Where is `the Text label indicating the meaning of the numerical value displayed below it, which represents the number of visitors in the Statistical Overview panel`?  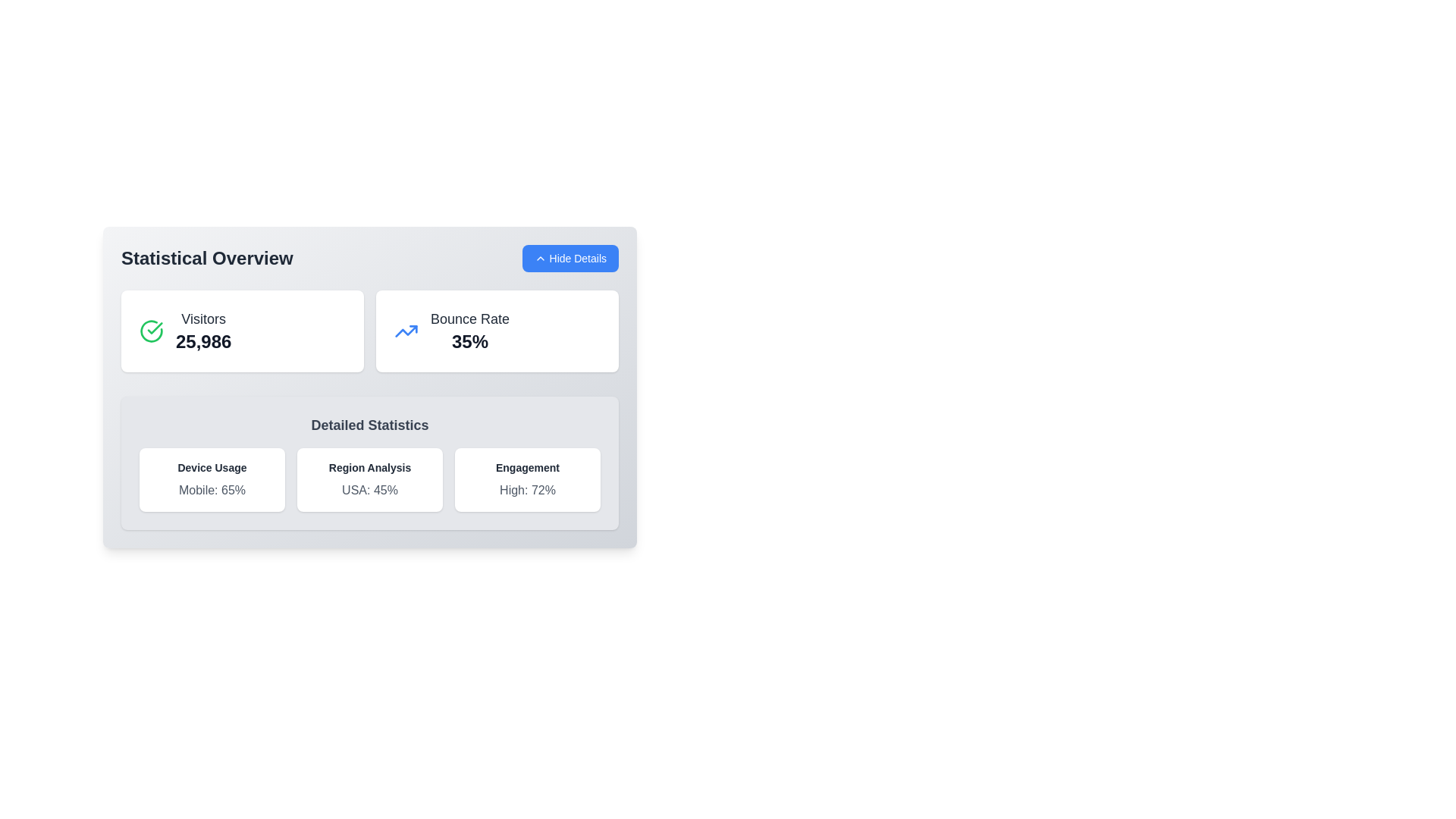
the Text label indicating the meaning of the numerical value displayed below it, which represents the number of visitors in the Statistical Overview panel is located at coordinates (202, 318).